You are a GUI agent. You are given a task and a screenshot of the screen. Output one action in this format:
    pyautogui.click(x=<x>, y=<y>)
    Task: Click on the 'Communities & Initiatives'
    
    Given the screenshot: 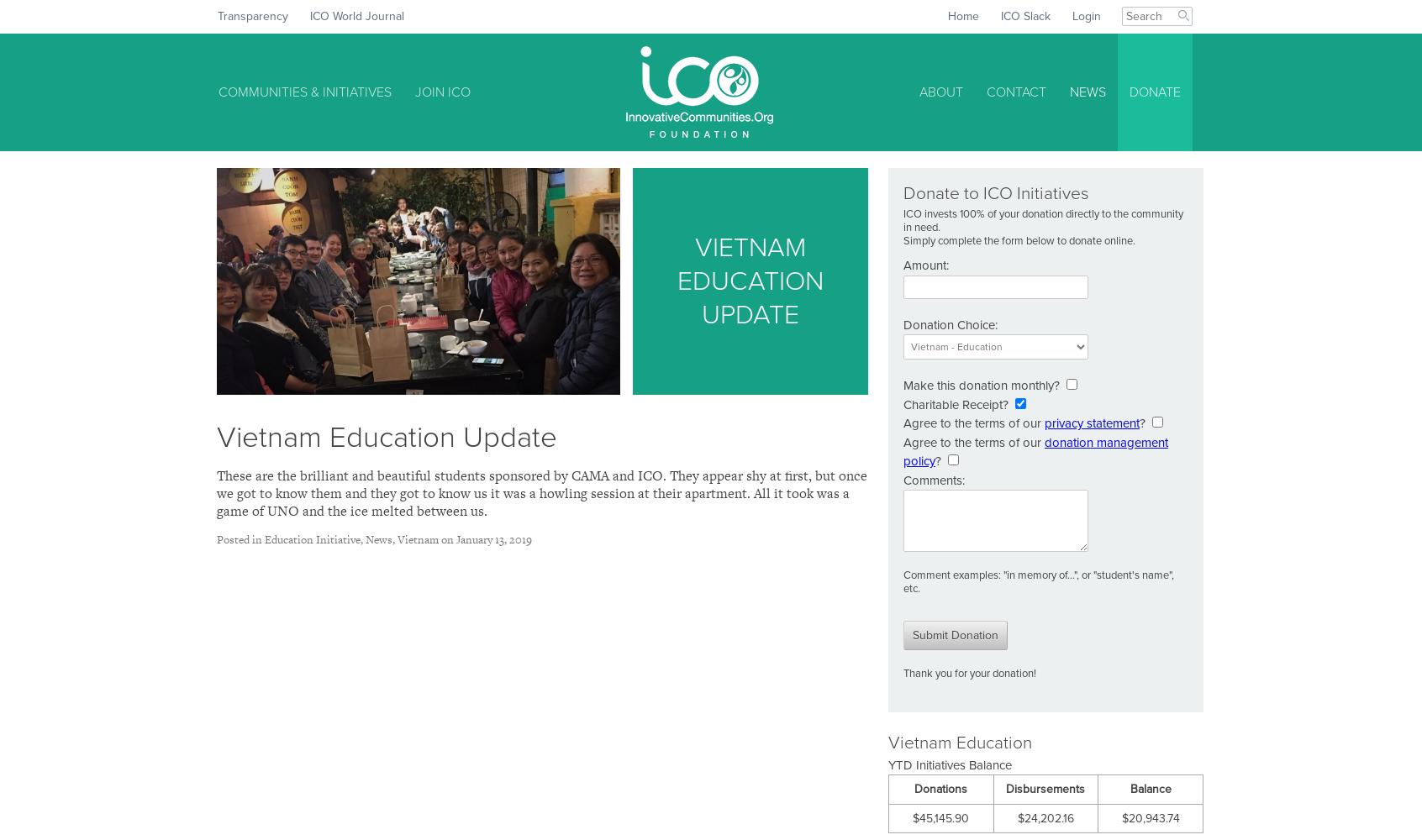 What is the action you would take?
    pyautogui.click(x=304, y=92)
    